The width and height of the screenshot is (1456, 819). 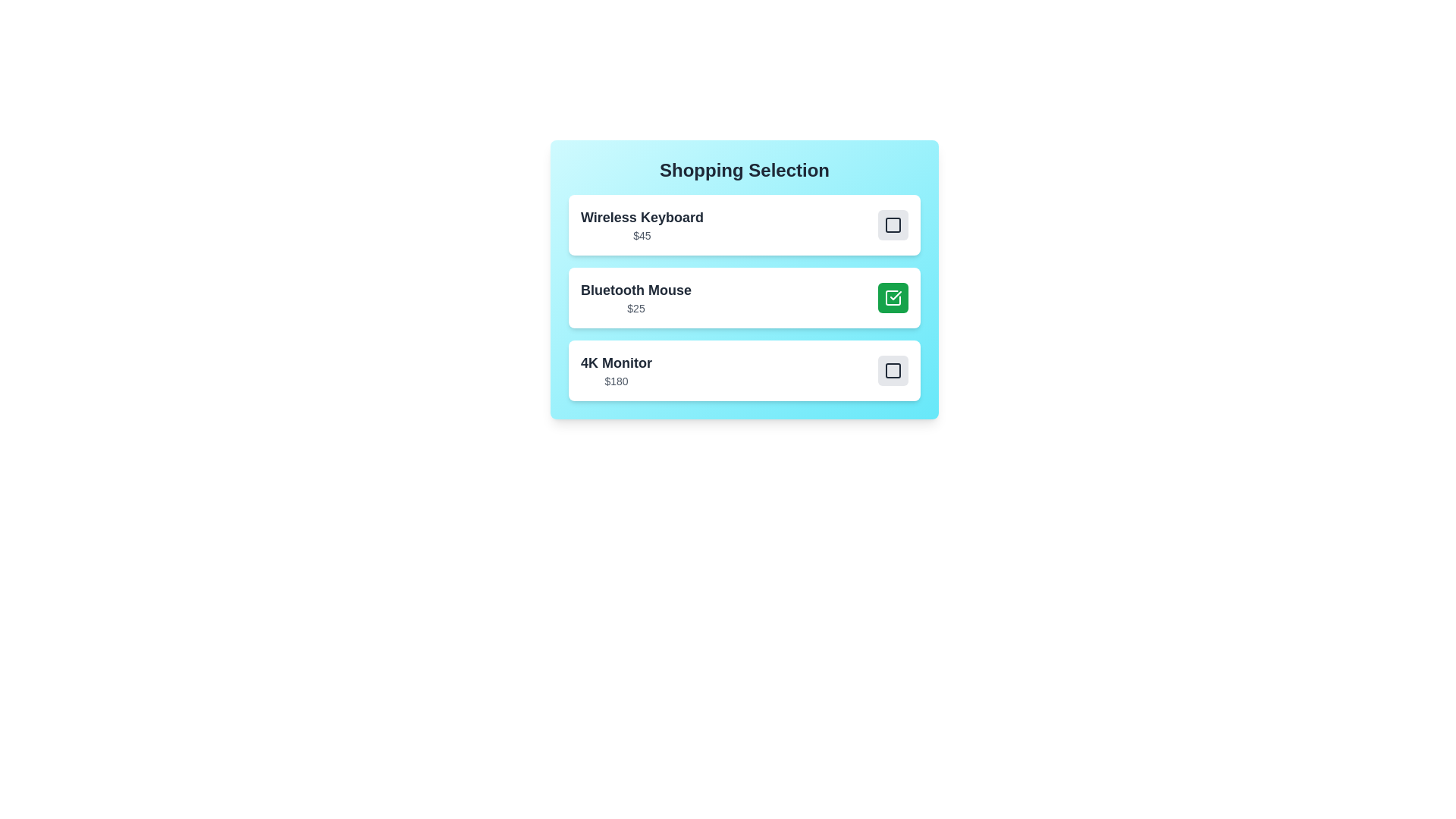 What do you see at coordinates (636, 308) in the screenshot?
I see `price displayed for the Bluetooth Mouse item, located directly below the 'Bluetooth Mouse' text and to the left of a green checkbox` at bounding box center [636, 308].